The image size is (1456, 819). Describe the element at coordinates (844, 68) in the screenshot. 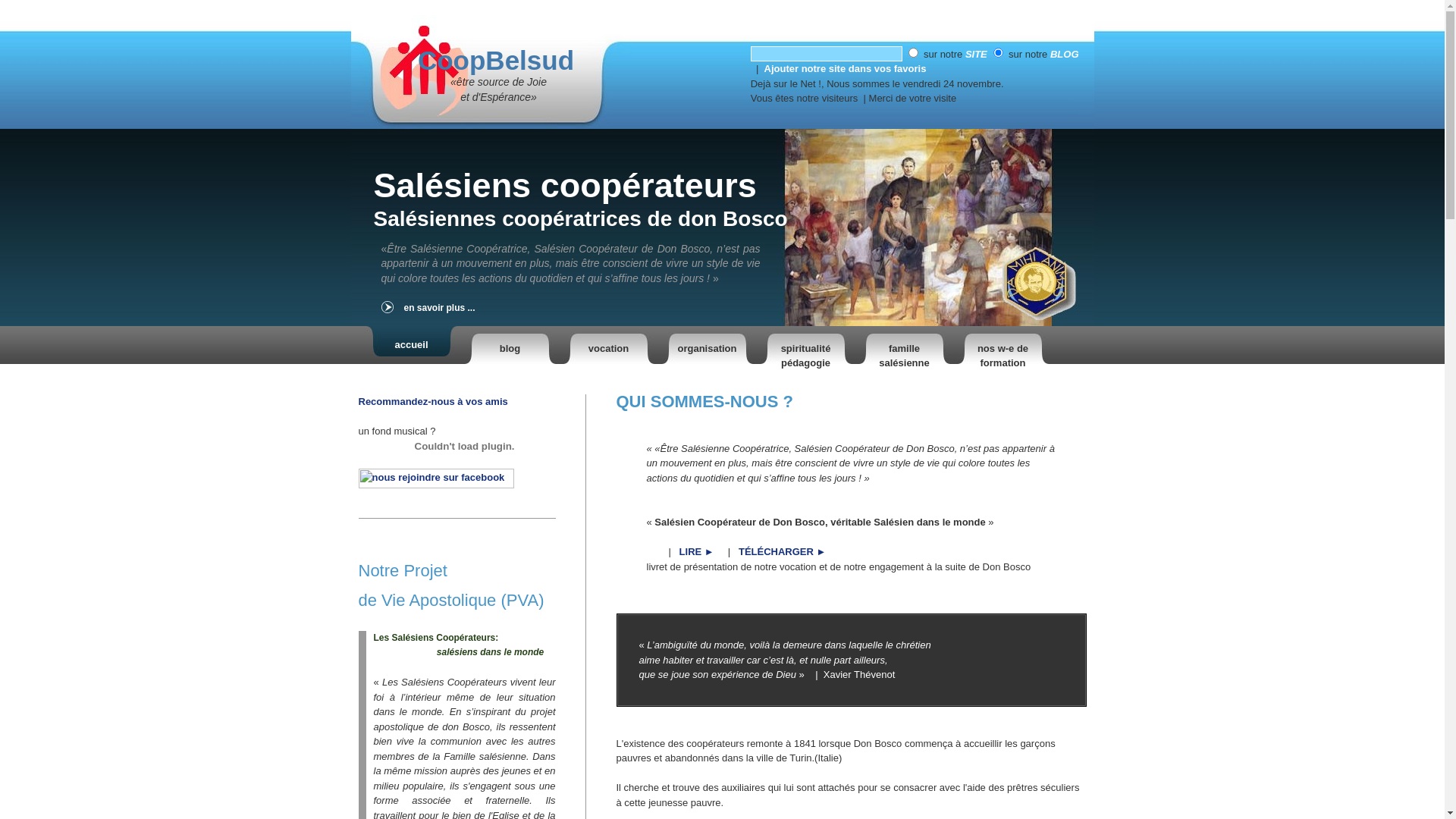

I see `'Ajouter notre site dans vos favoris'` at that location.